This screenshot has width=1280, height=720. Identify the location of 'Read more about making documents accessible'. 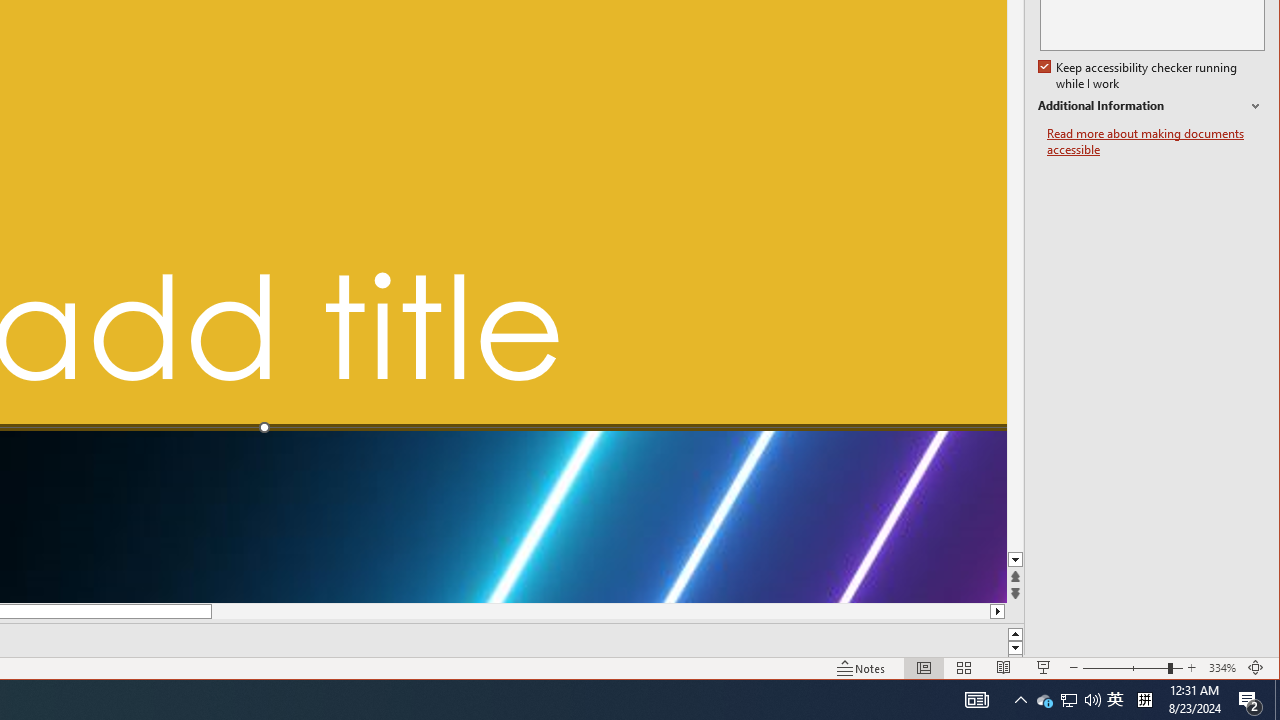
(1155, 141).